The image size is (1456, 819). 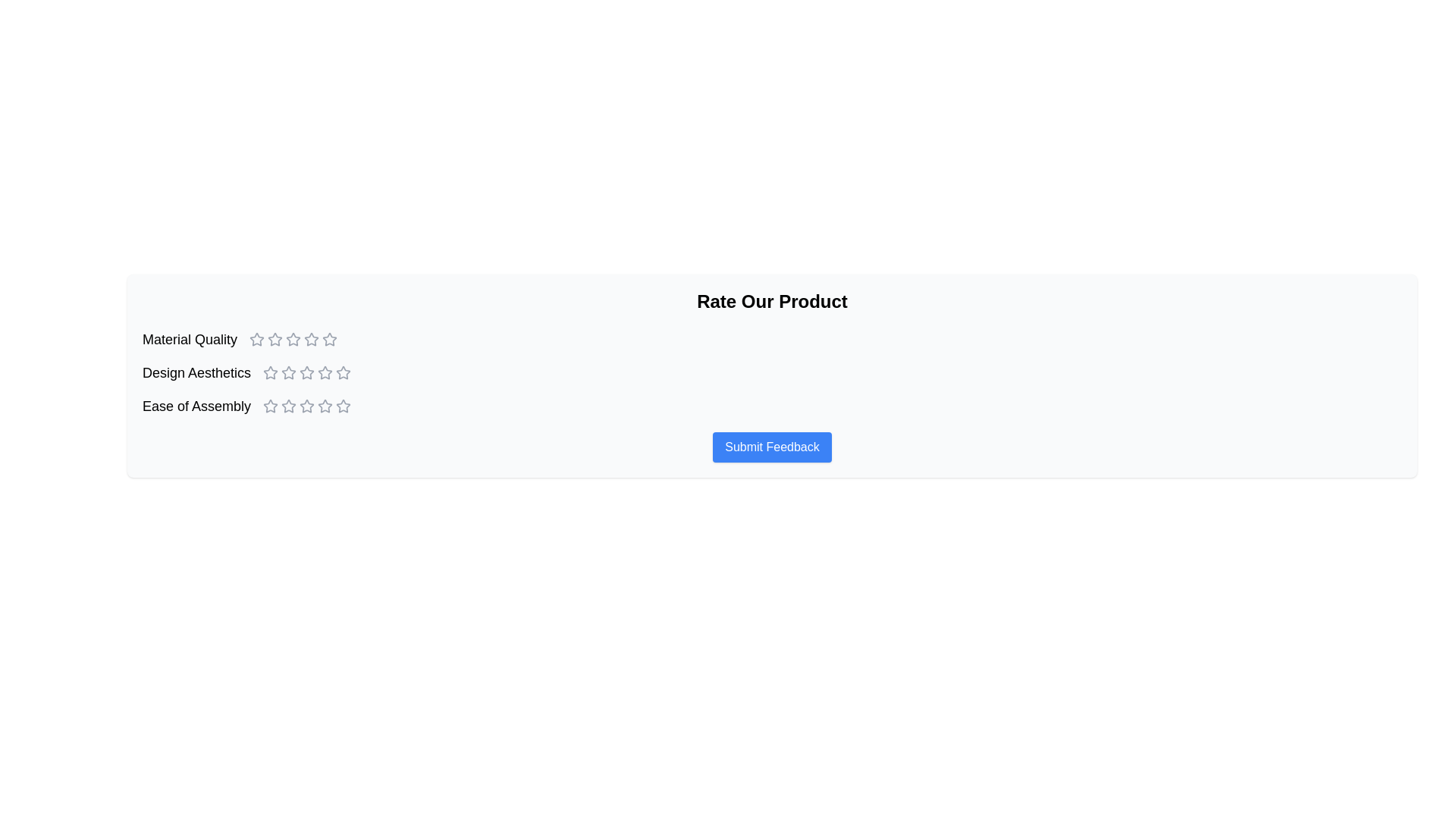 What do you see at coordinates (293, 338) in the screenshot?
I see `the second star in the interactive star rating component for 'Material Quality'` at bounding box center [293, 338].